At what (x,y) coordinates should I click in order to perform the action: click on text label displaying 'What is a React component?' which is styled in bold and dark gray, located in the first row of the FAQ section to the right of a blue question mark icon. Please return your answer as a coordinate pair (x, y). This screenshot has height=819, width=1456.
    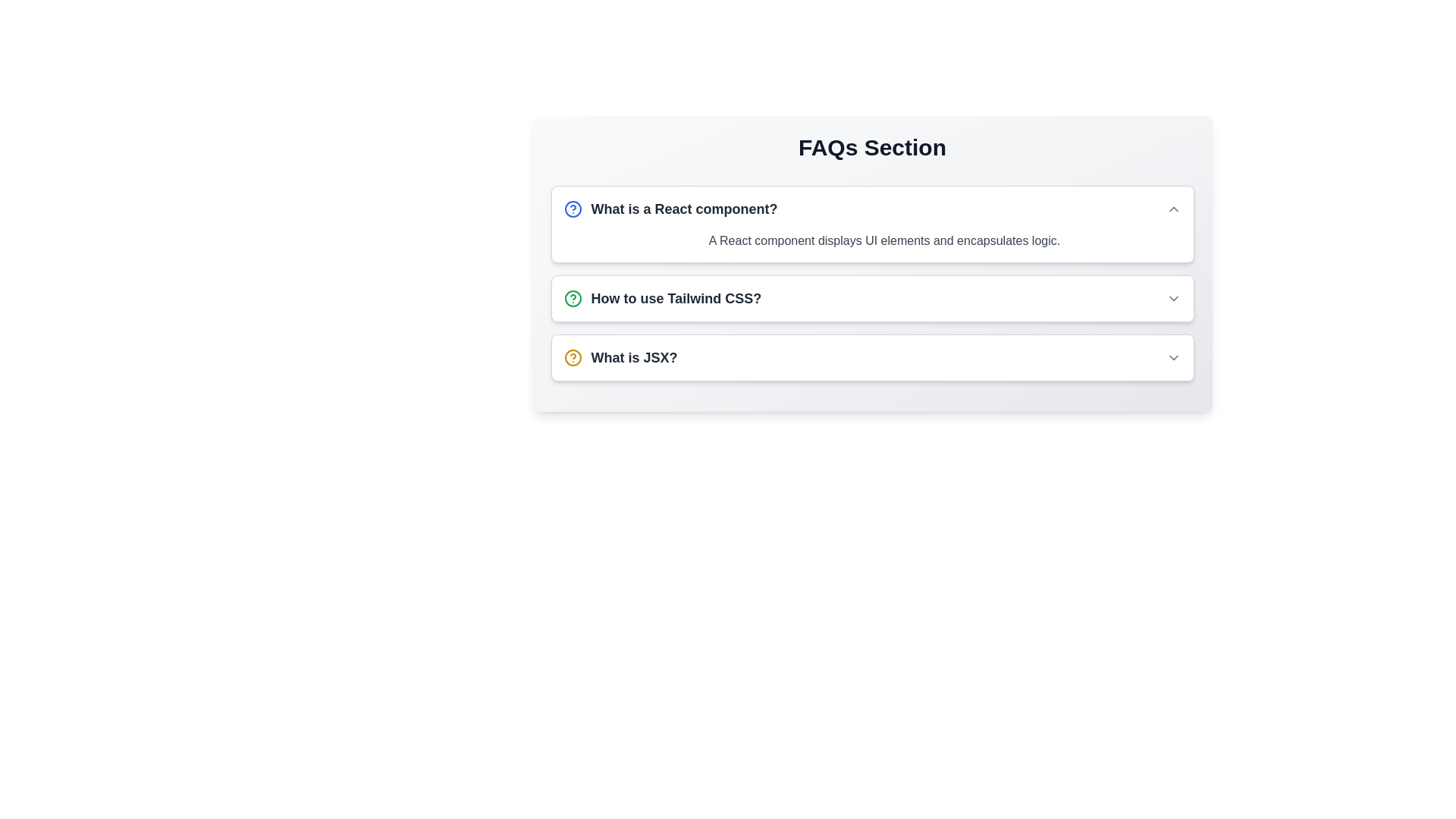
    Looking at the image, I should click on (683, 209).